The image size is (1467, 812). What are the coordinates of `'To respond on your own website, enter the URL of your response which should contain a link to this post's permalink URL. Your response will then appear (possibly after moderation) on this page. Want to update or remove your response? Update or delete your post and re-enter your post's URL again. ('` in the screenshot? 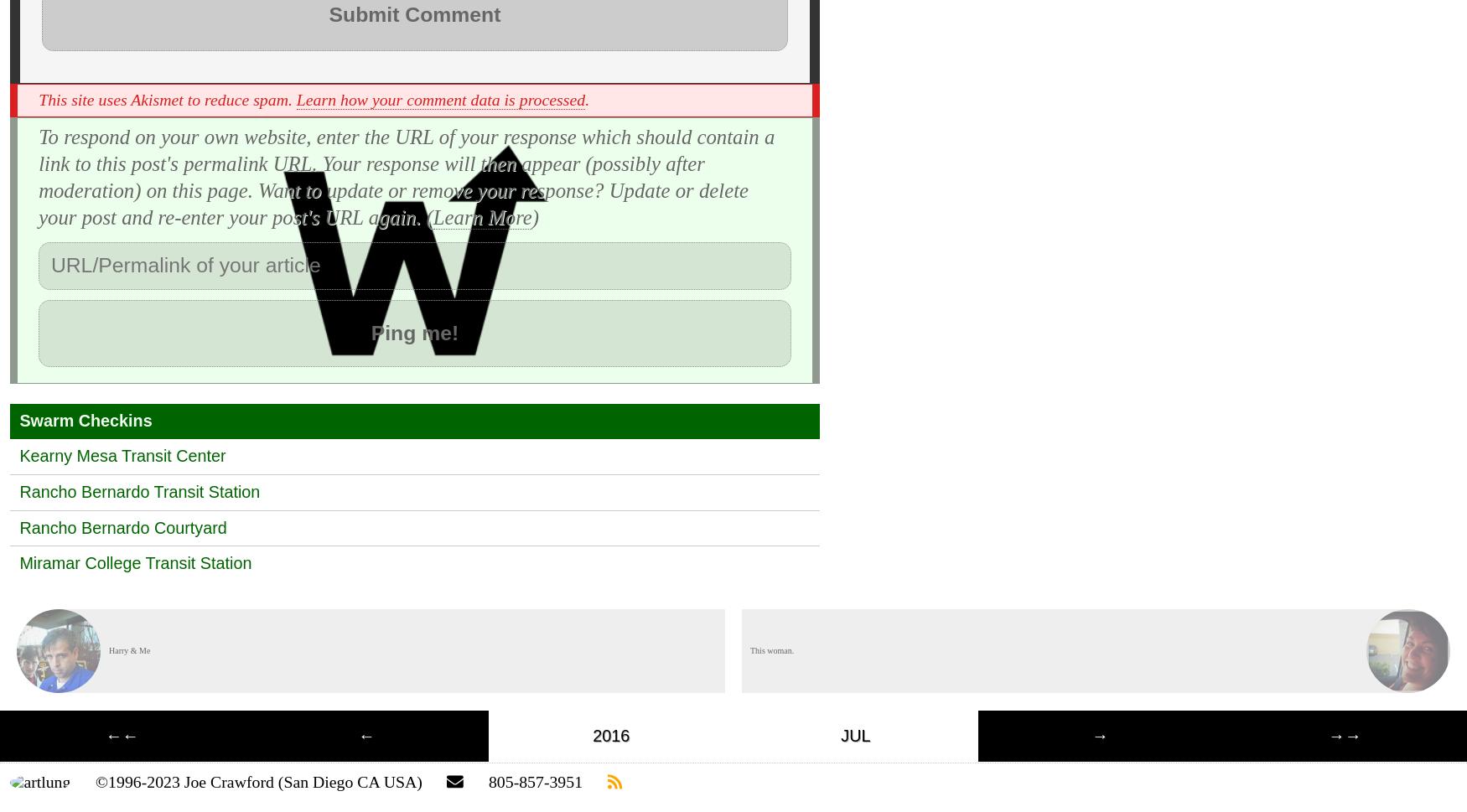 It's located at (406, 177).